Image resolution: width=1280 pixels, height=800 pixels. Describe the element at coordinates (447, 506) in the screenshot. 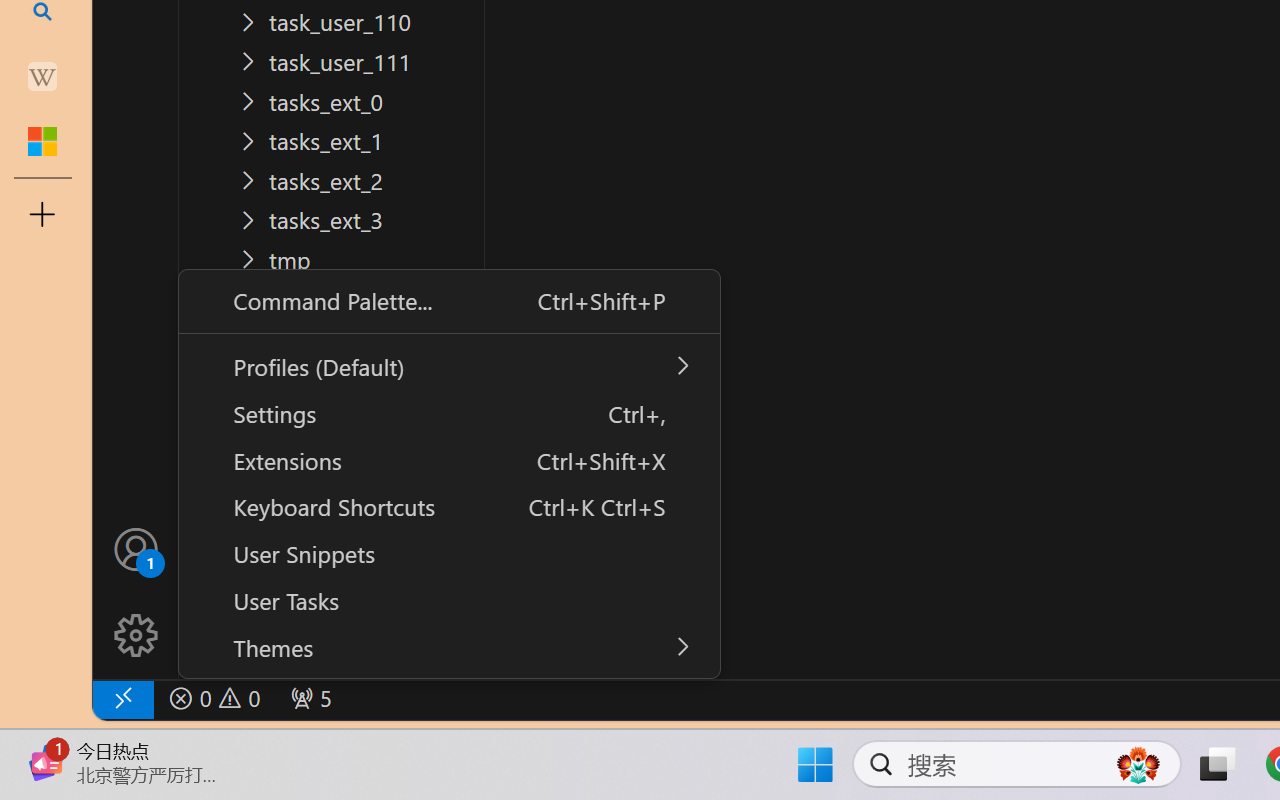

I see `'Keyboard Shortcuts Ctrl+K Ctrl+S'` at that location.